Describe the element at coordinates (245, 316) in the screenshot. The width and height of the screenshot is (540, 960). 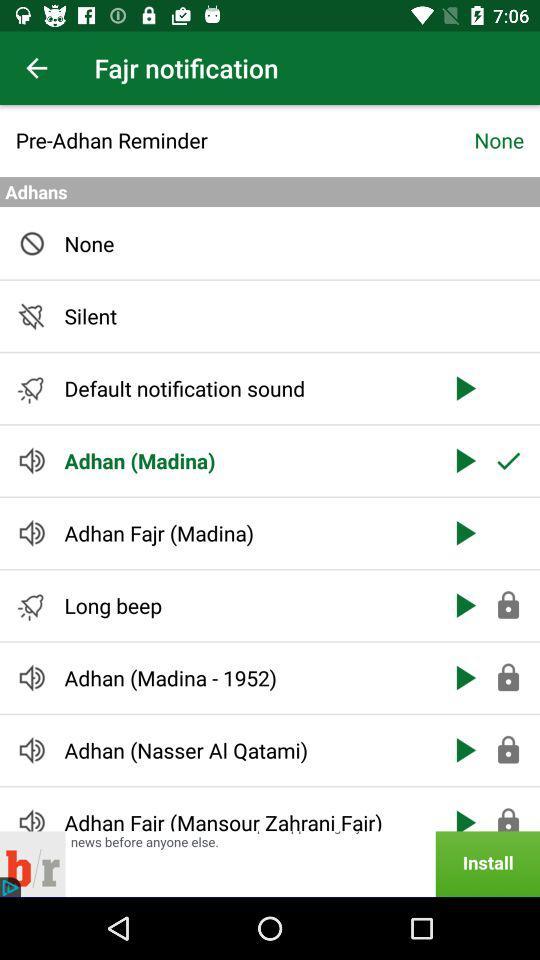
I see `the silent icon` at that location.